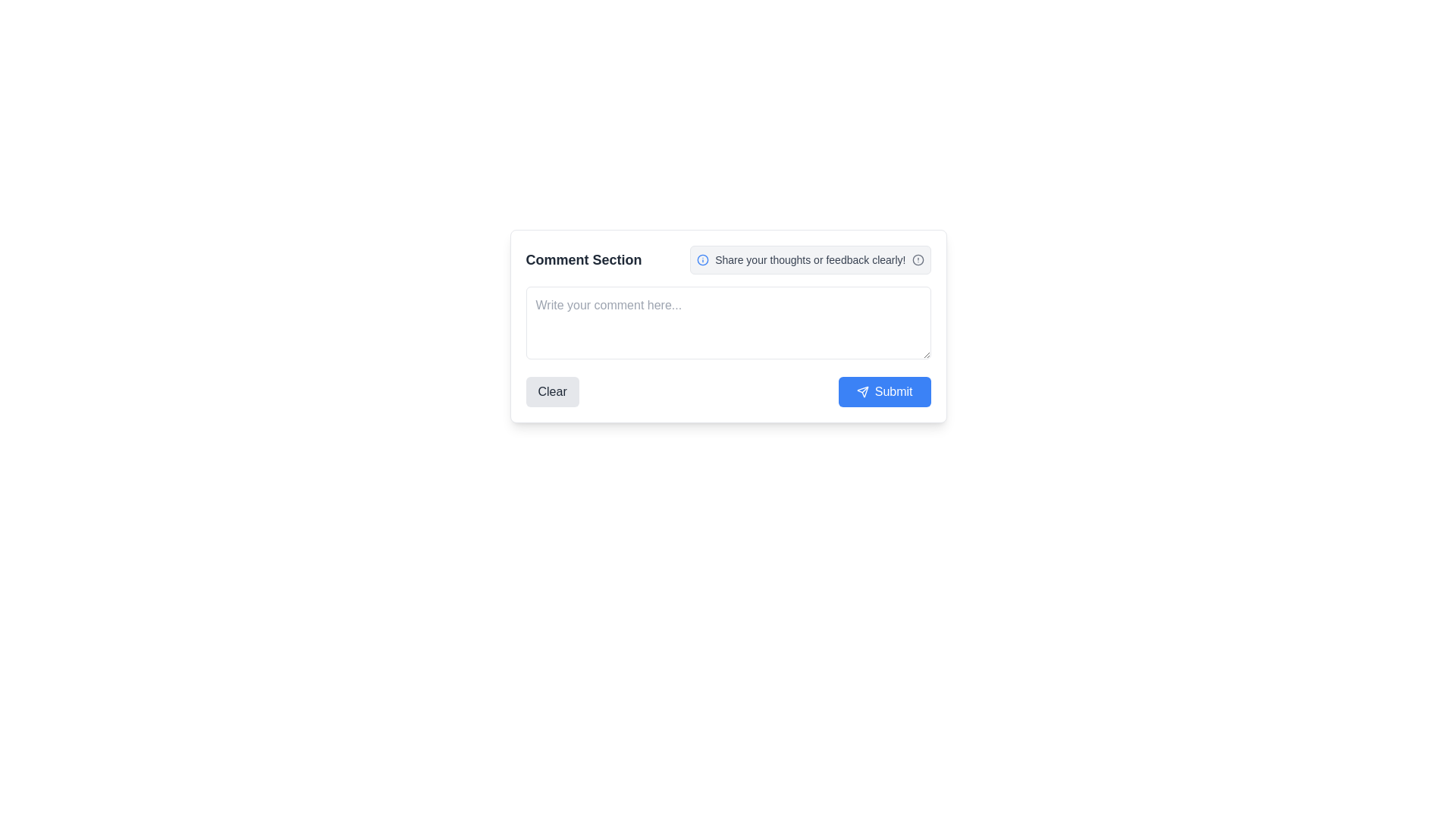 The width and height of the screenshot is (1456, 819). Describe the element at coordinates (702, 259) in the screenshot. I see `the blue outlined circular SVG element that is part of the information icon located to the right of the 'Comment Section' title` at that location.